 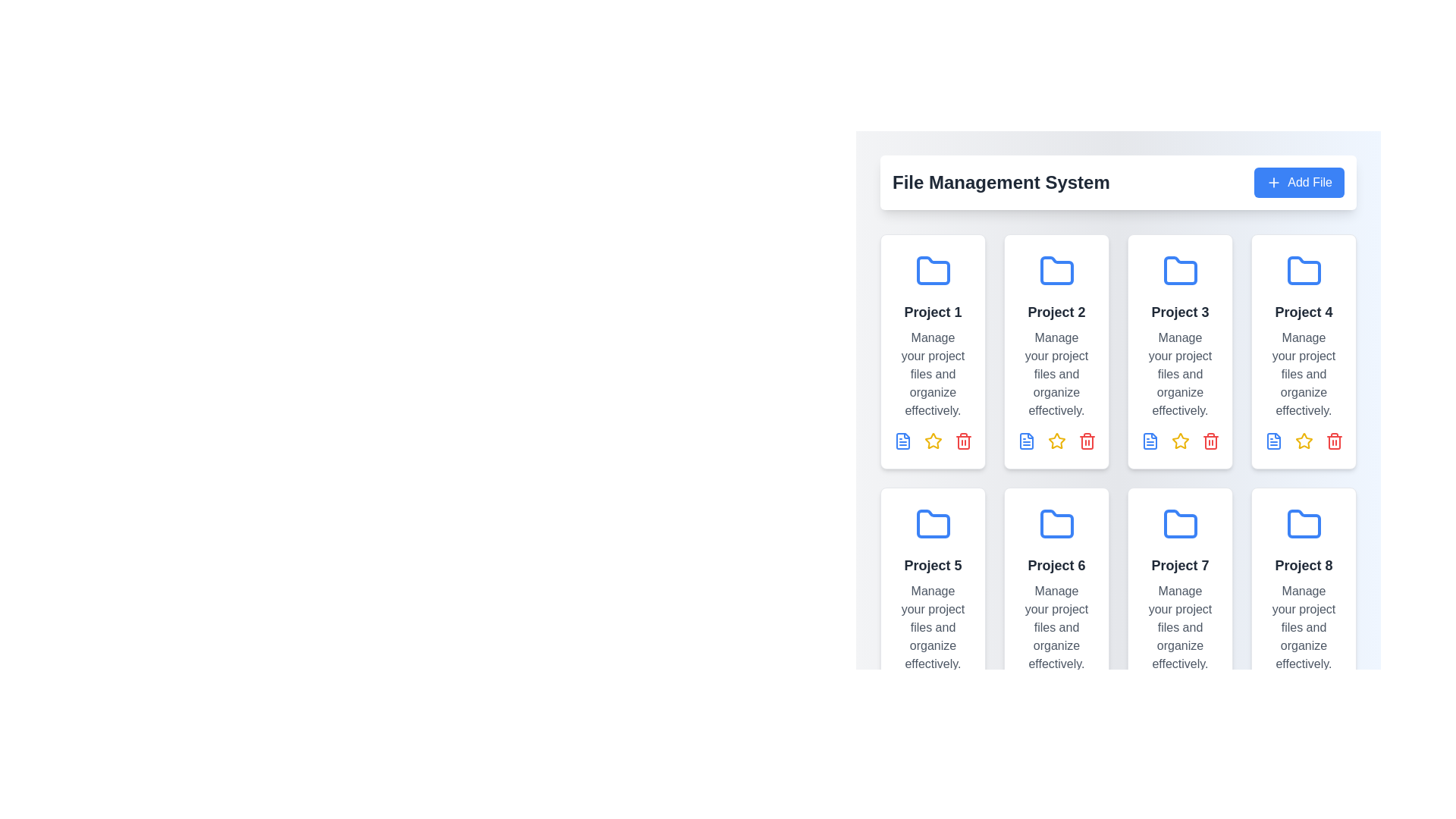 What do you see at coordinates (1298, 181) in the screenshot?
I see `the 'Add File' button located at the top-right corner of the 'File Management System' interface to activate the hover effect` at bounding box center [1298, 181].